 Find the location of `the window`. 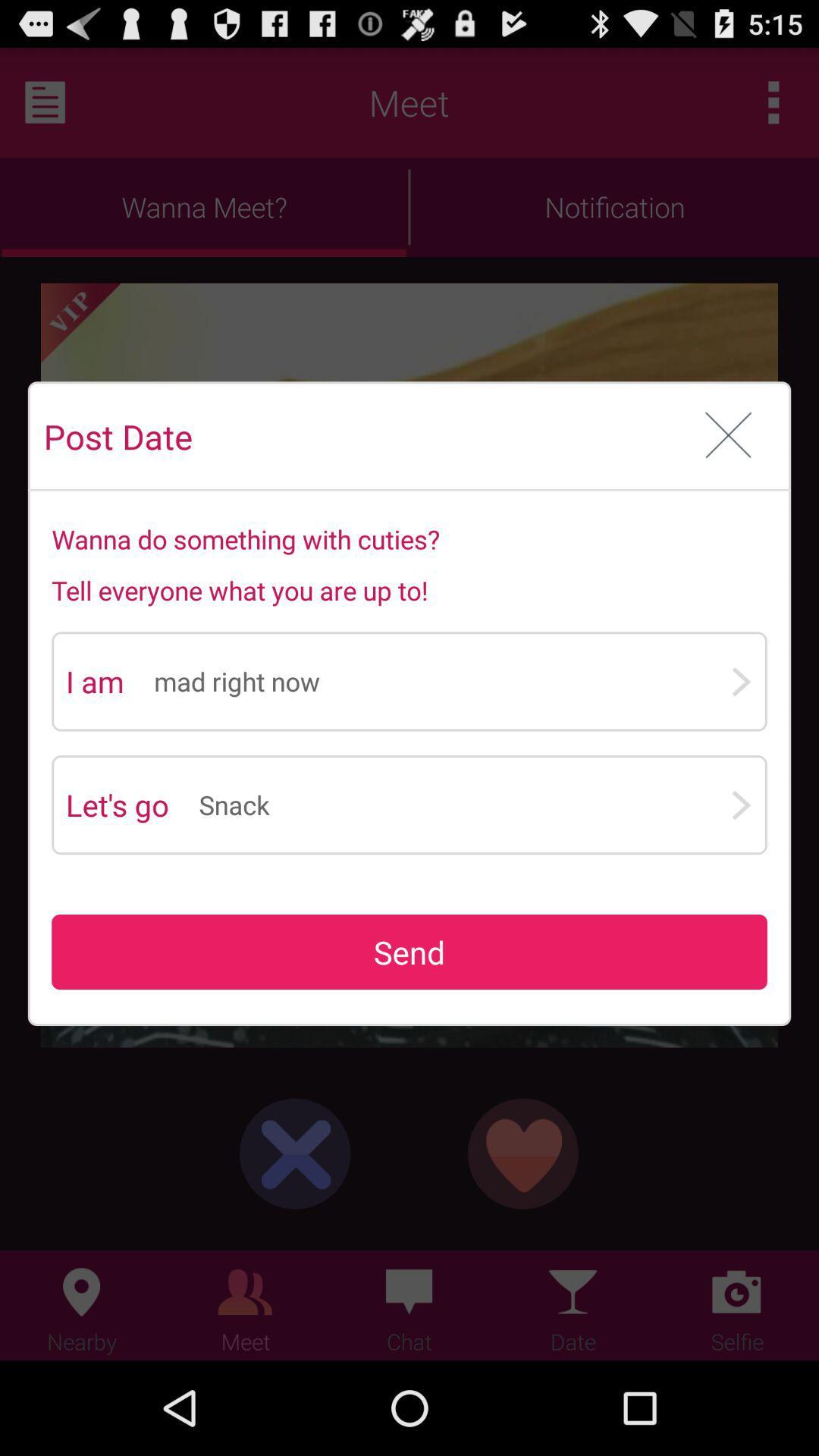

the window is located at coordinates (728, 435).